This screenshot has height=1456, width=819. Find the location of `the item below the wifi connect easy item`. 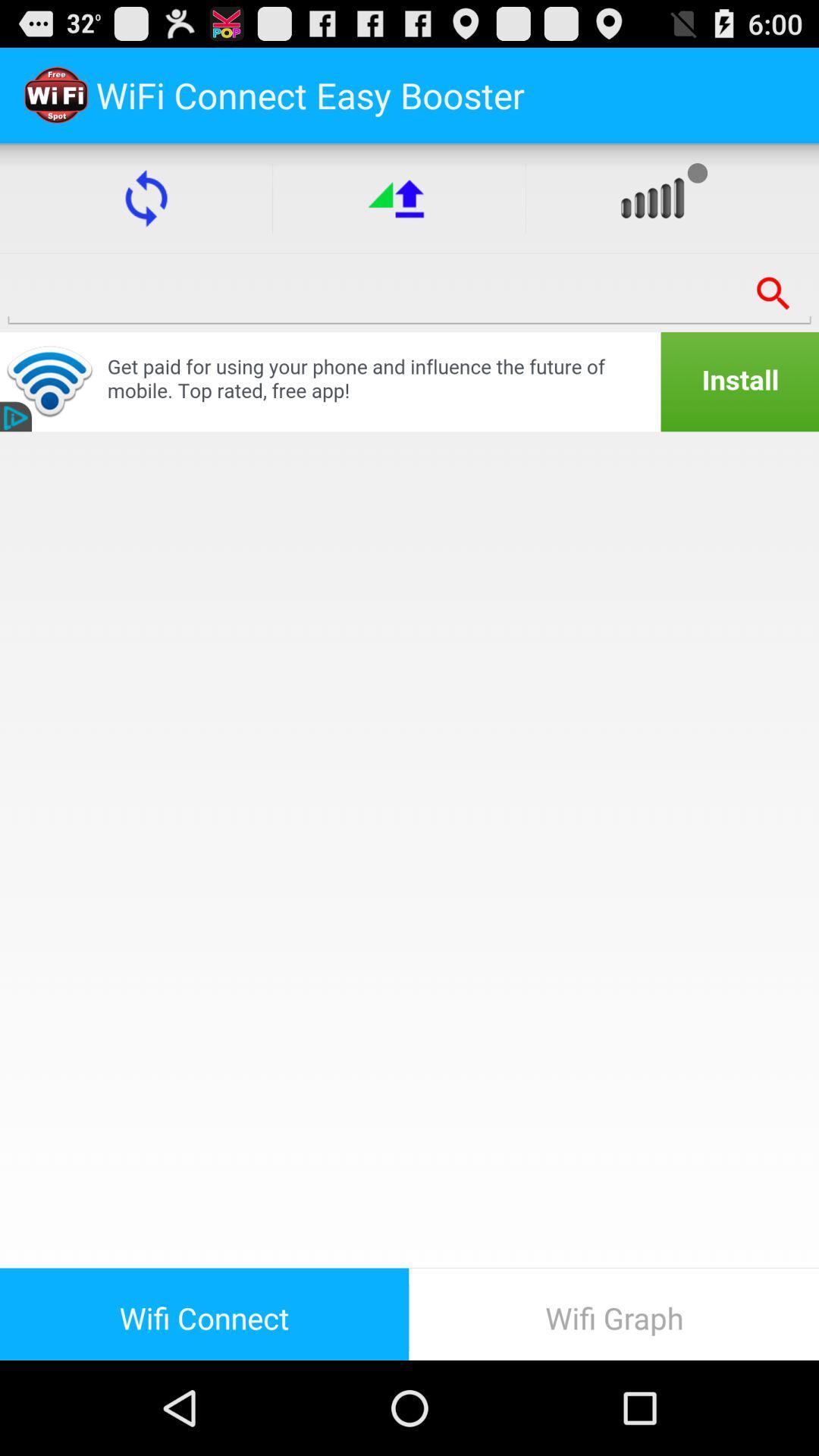

the item below the wifi connect easy item is located at coordinates (146, 197).